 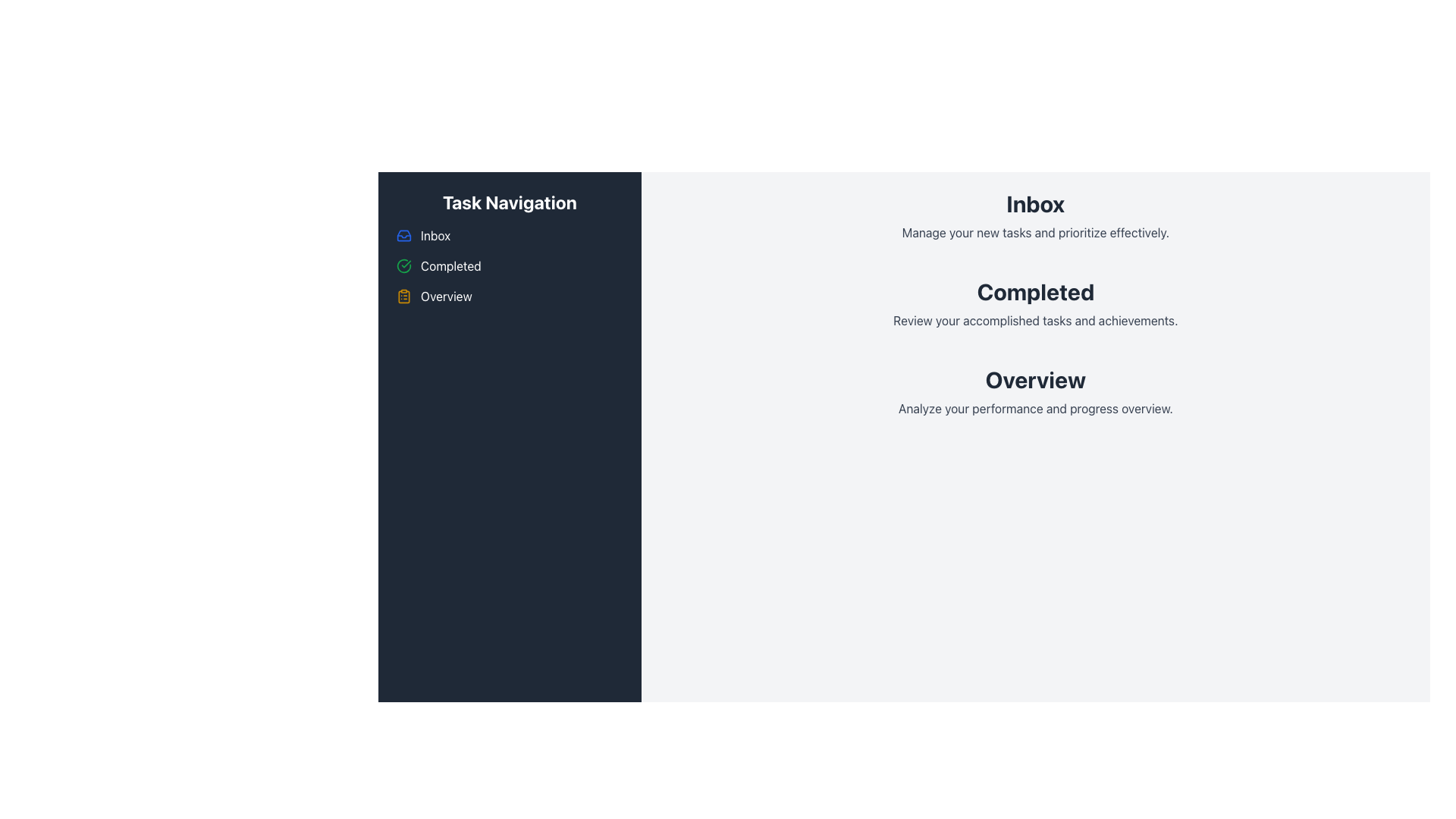 I want to click on the label that reads 'Review your accomplished tasks and achievements.' which is styled in gray and located below the 'Completed' heading, so click(x=1034, y=320).